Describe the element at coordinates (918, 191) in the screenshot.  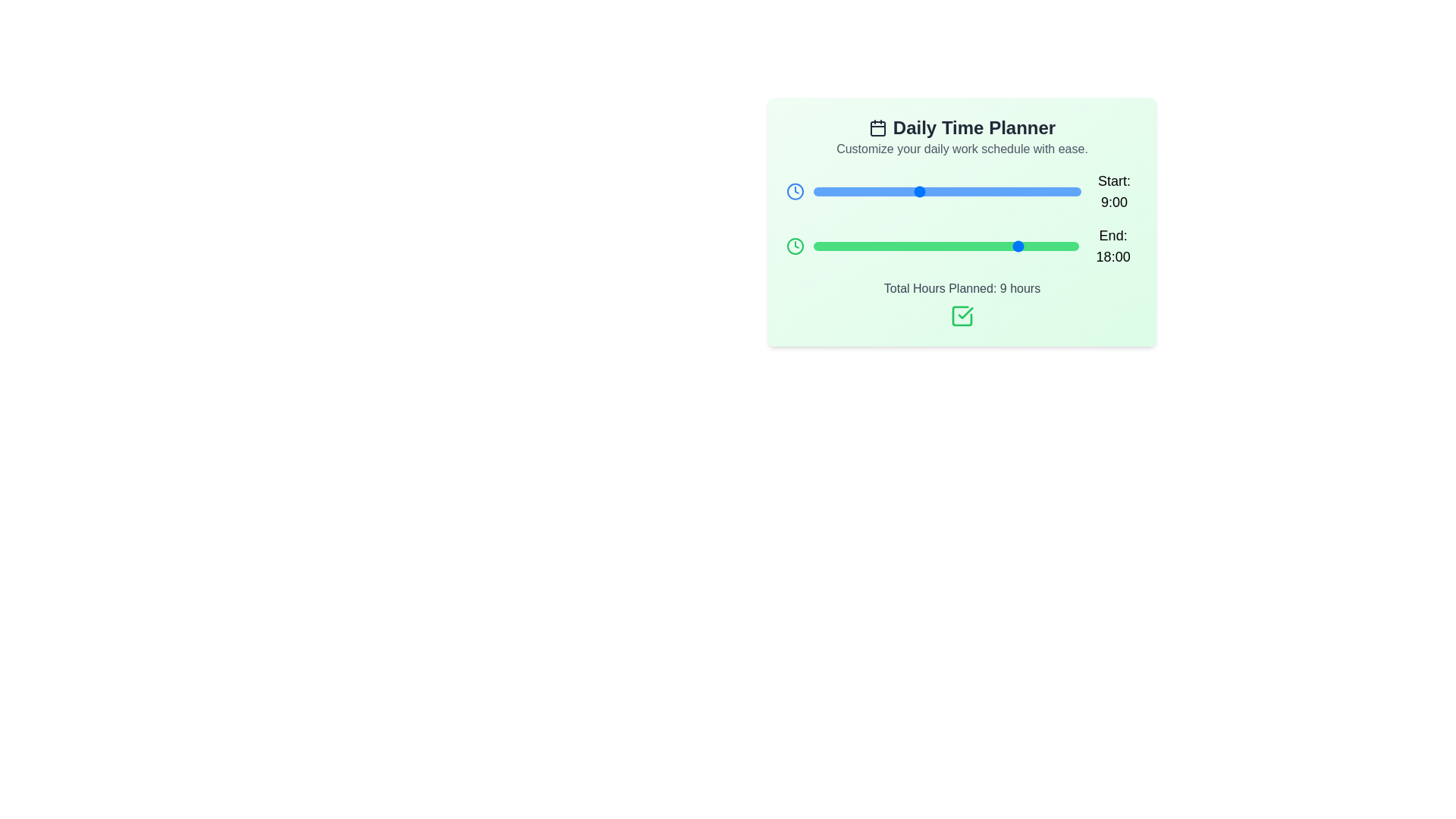
I see `the 'Start' slider to set the start time to 9` at that location.